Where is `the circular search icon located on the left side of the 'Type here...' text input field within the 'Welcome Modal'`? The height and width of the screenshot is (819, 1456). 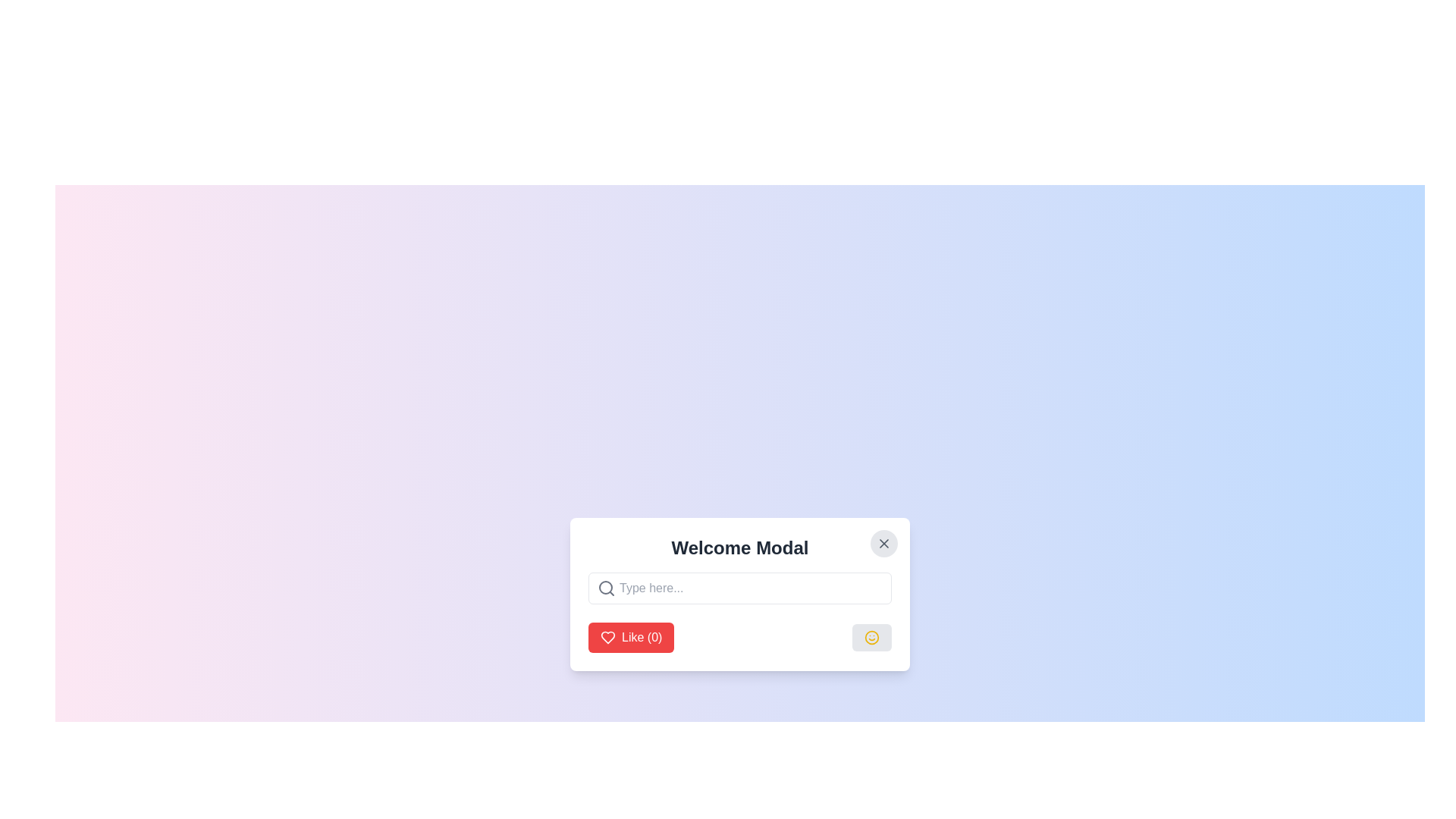 the circular search icon located on the left side of the 'Type here...' text input field within the 'Welcome Modal' is located at coordinates (604, 587).